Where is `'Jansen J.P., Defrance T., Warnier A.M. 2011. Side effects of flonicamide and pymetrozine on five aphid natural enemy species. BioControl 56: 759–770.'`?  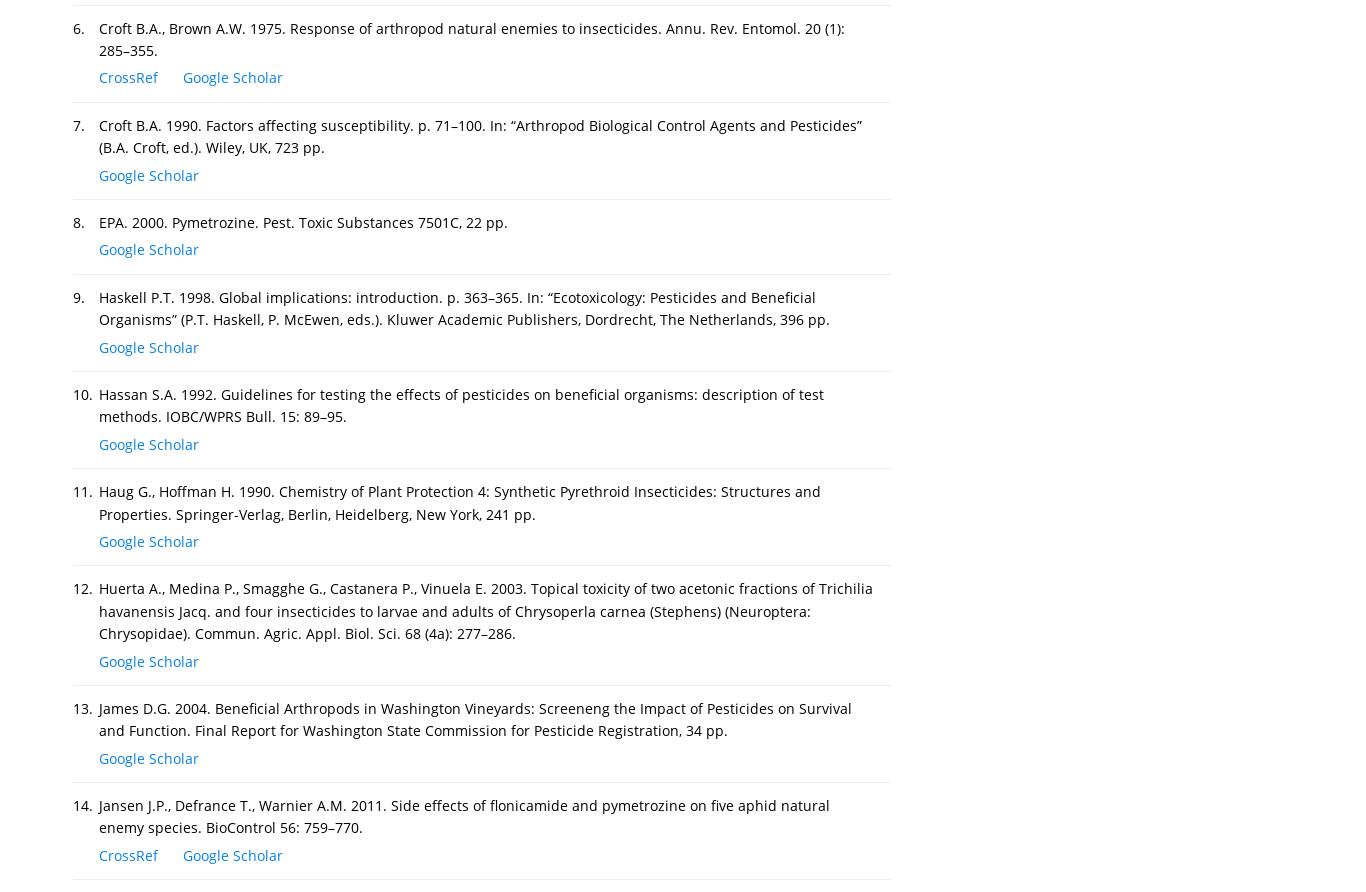
'Jansen J.P., Defrance T., Warnier A.M. 2011. Side effects of flonicamide and pymetrozine on five aphid natural enemy species. BioControl 56: 759–770.' is located at coordinates (464, 815).